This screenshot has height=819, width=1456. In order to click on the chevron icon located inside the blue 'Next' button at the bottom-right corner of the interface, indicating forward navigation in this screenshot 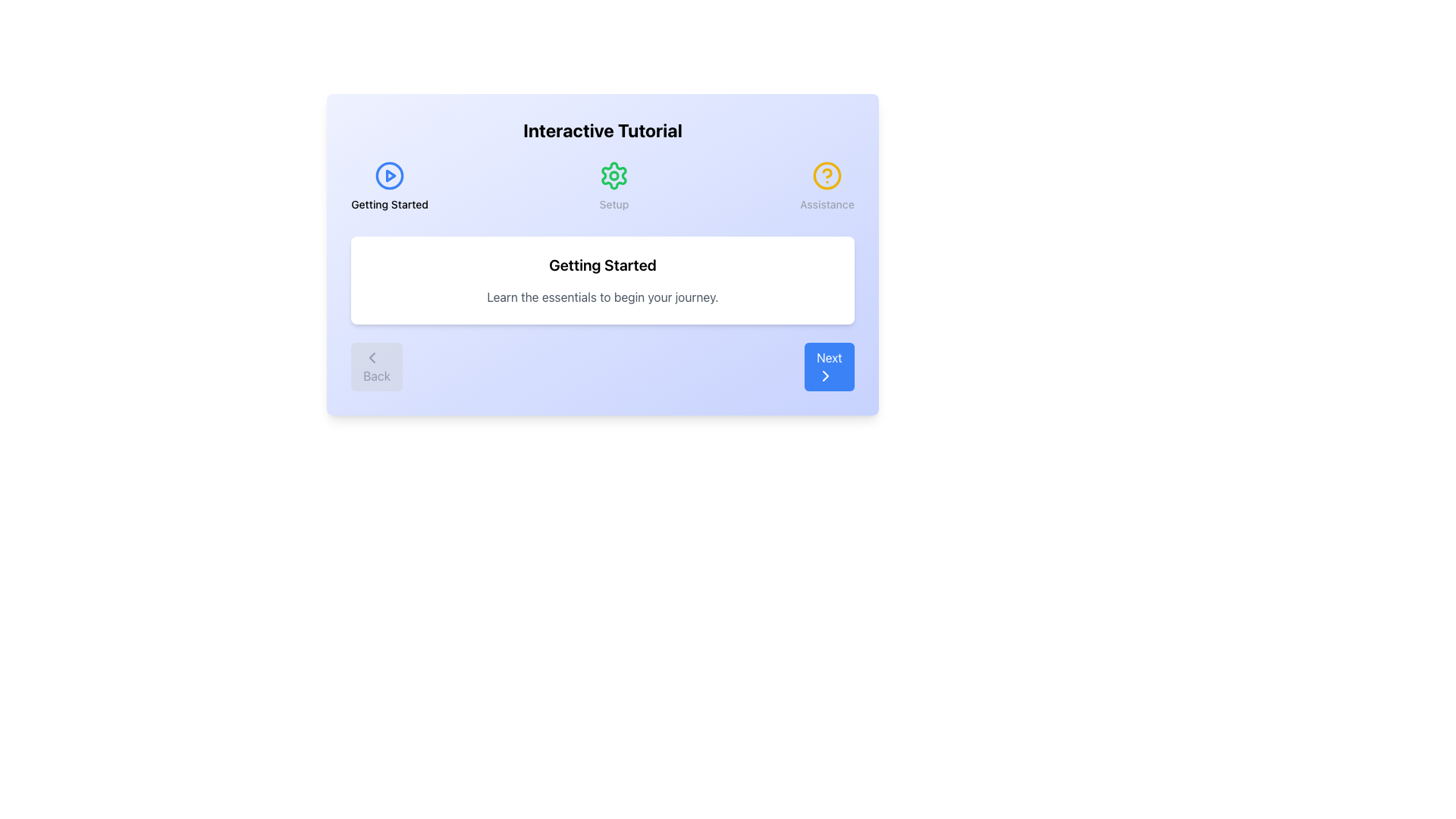, I will do `click(825, 375)`.